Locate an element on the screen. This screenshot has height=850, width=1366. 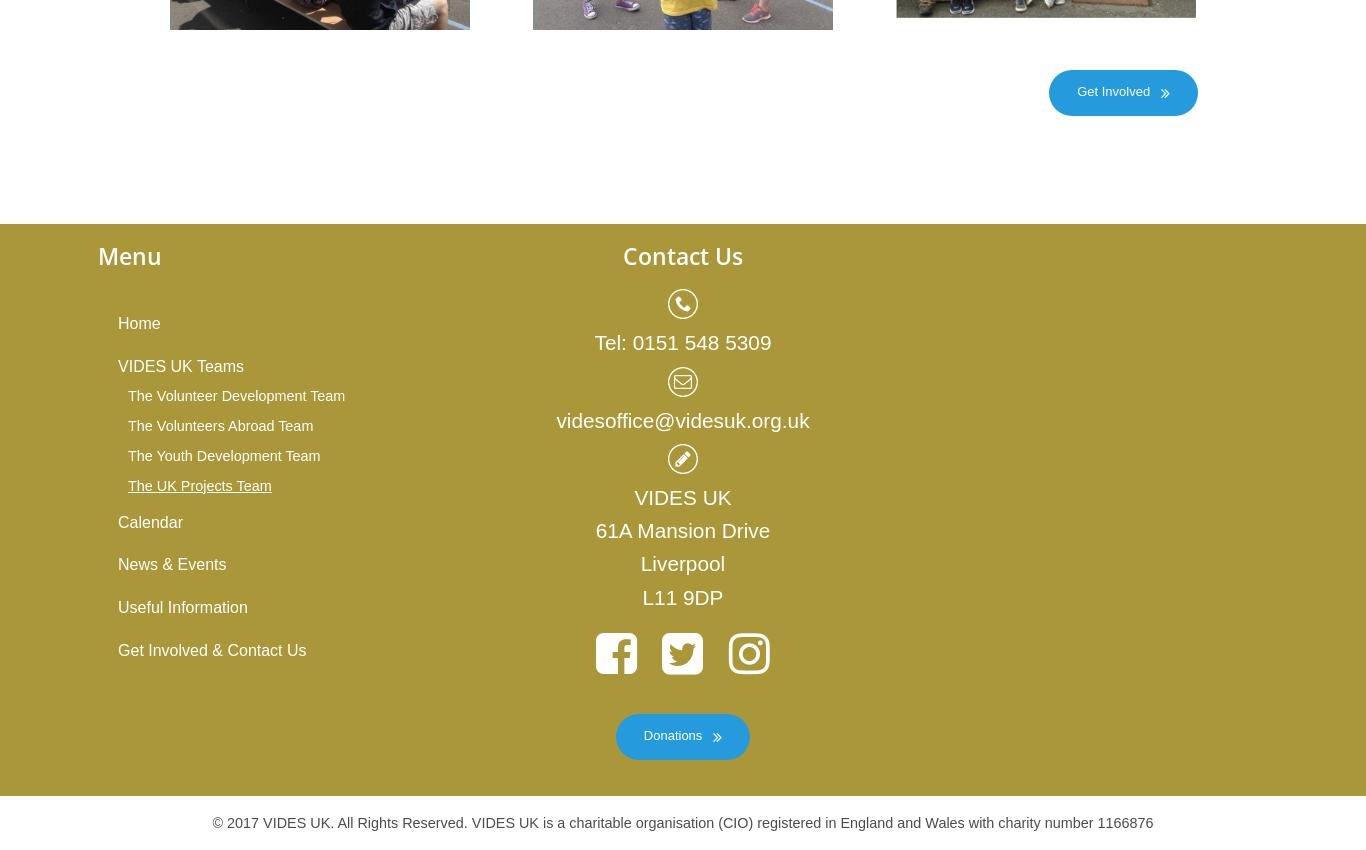
'61A Mansion Drive' is located at coordinates (681, 529).